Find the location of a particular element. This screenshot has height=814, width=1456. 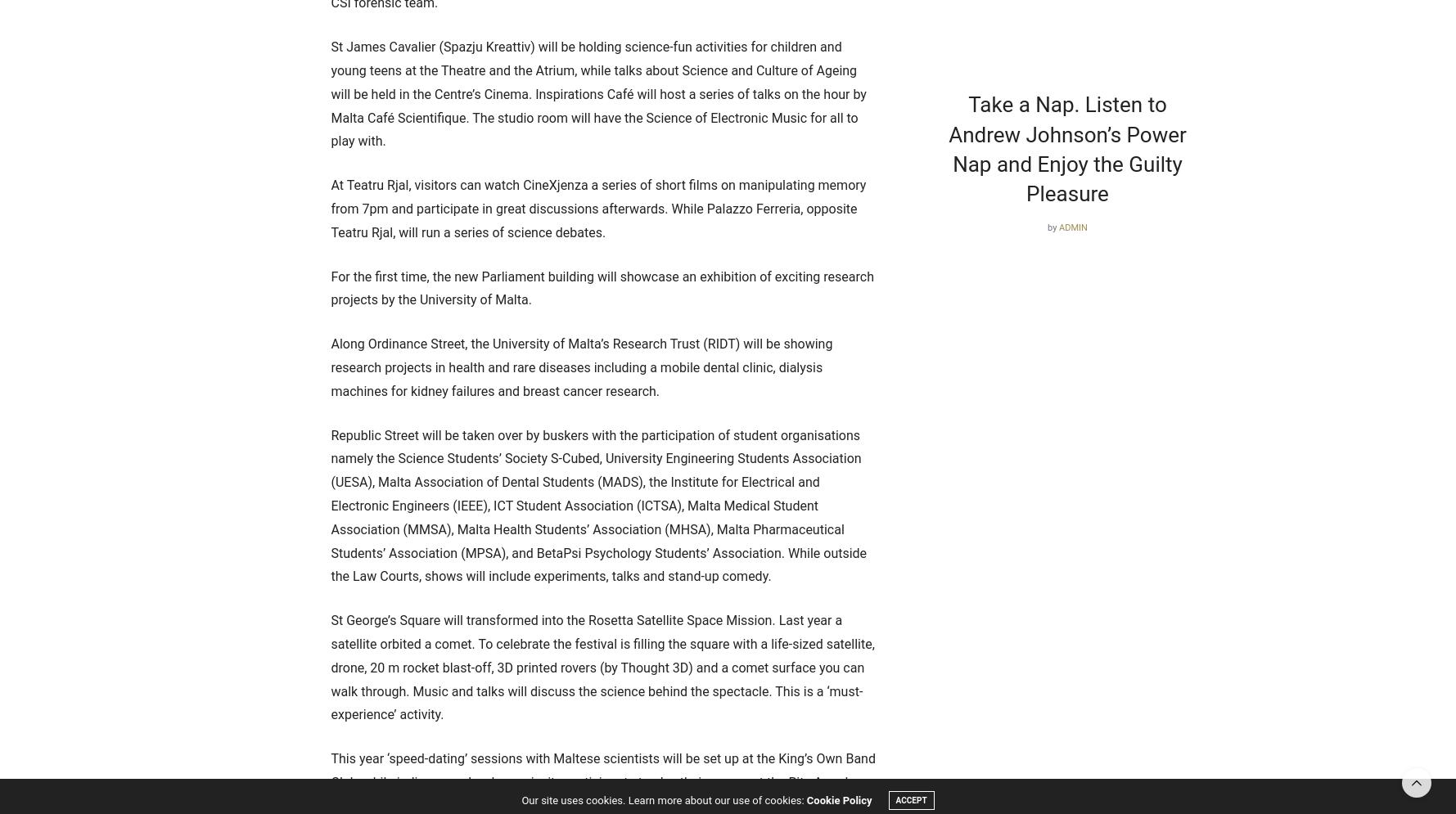

'St James Cavalier (Spazju Kreattiv) will be holding science-fun activities for children and young teens at the Theatre and the Atrium, while talks about Science and Culture of Ageing will be held in the Centre’s Cinema. Inspirations Café will host a series of talks on the hour by Malta Café Scientifique. The studio room will have the Science of Electronic Music for all to play with.' is located at coordinates (597, 94).